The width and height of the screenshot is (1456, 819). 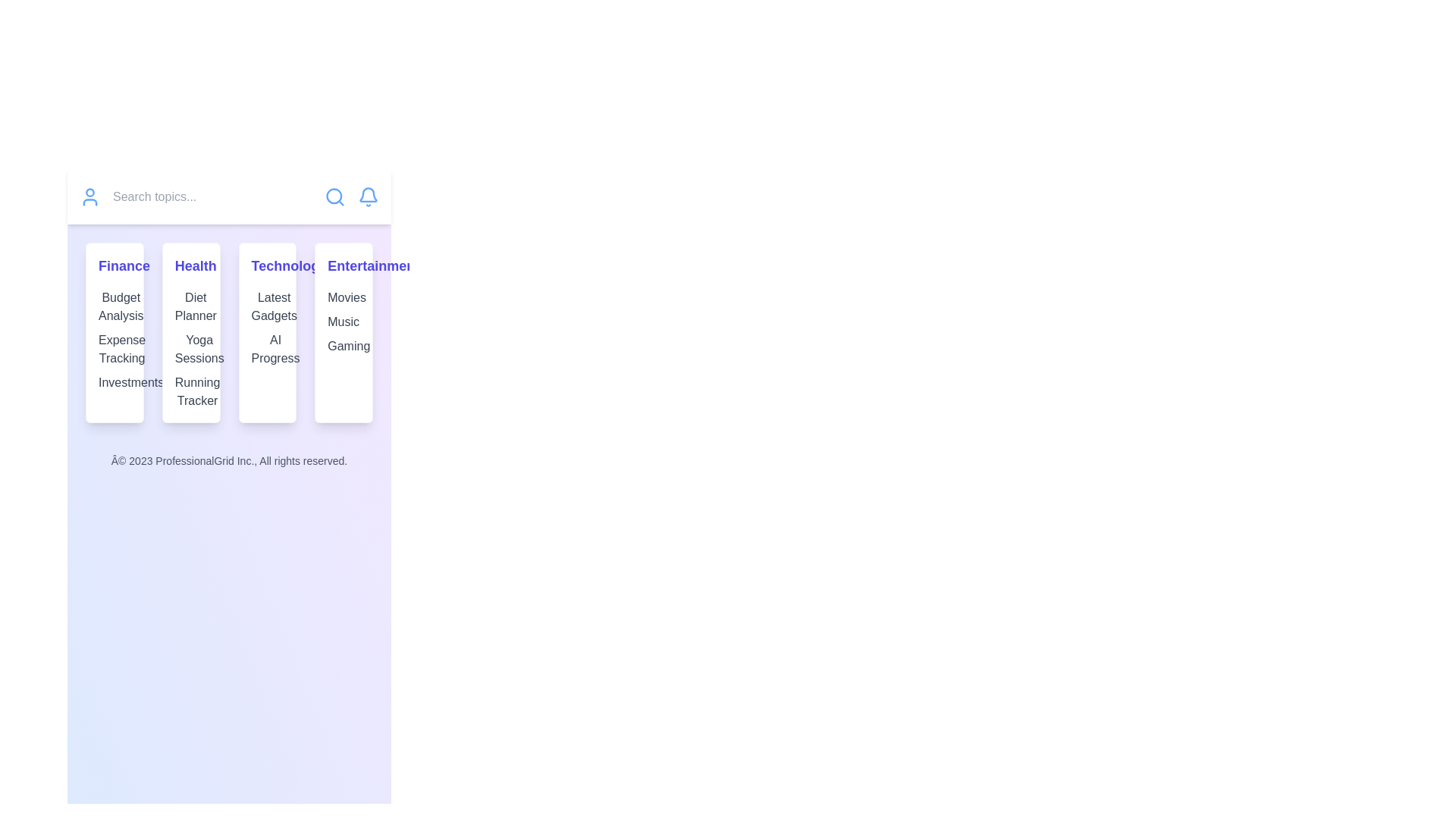 I want to click on the 'Diet Planner' text label, which is the first label under the 'Health' section, styled with gray font on a white background, so click(x=190, y=307).